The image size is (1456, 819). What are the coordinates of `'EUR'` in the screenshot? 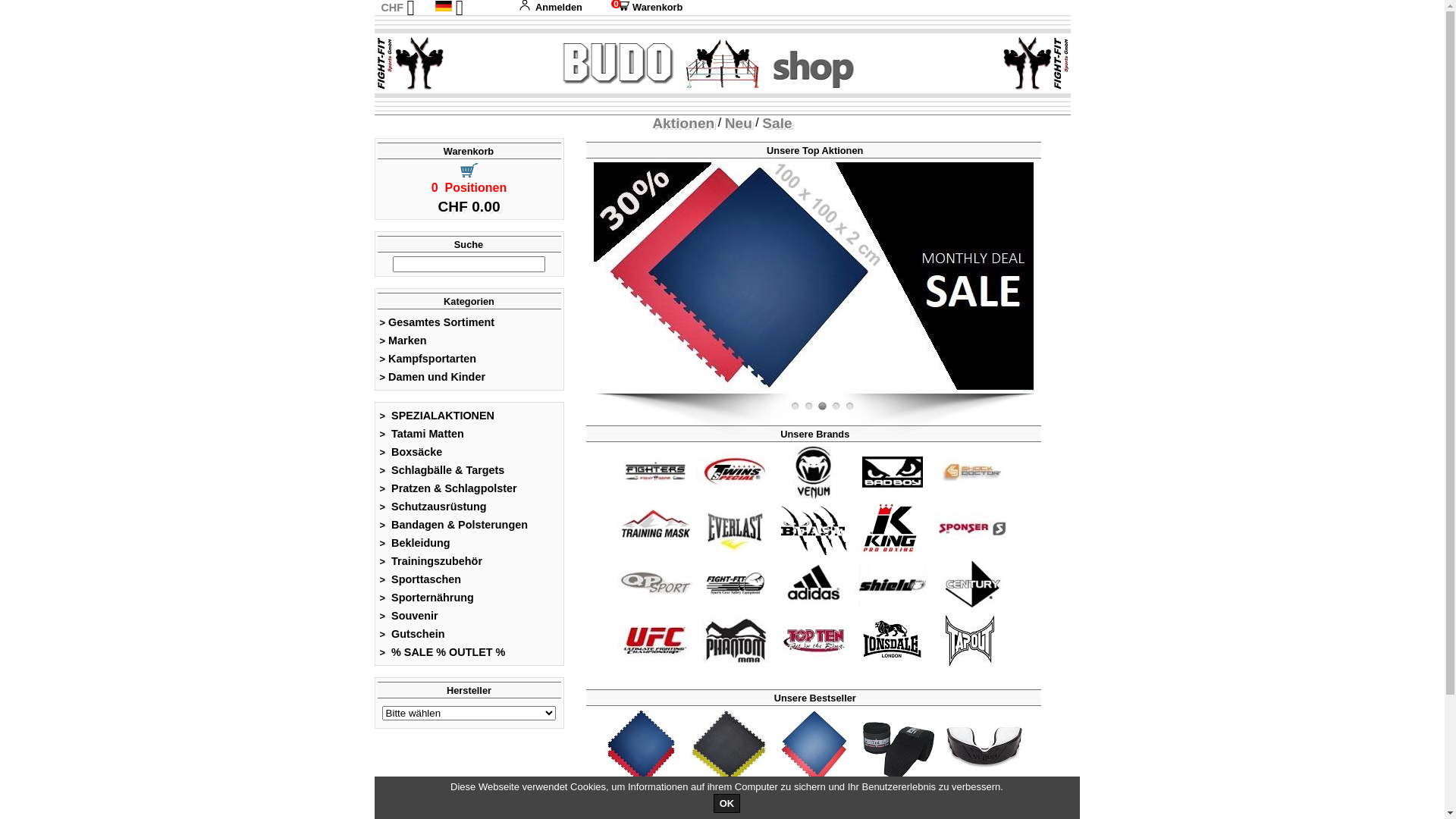 It's located at (391, 23).